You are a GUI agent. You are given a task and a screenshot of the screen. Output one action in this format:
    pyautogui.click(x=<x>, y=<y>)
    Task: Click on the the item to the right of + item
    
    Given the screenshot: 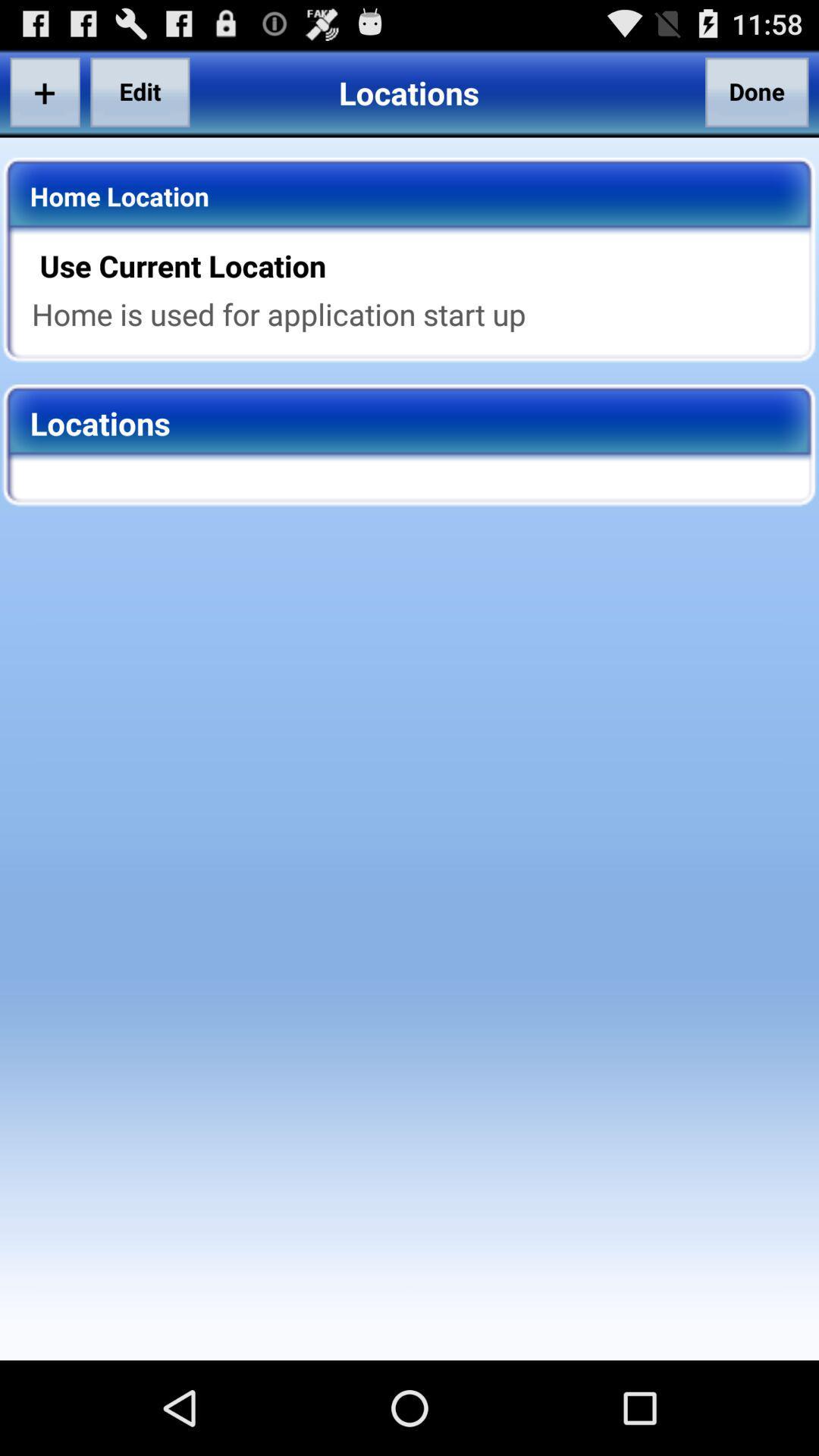 What is the action you would take?
    pyautogui.click(x=140, y=91)
    